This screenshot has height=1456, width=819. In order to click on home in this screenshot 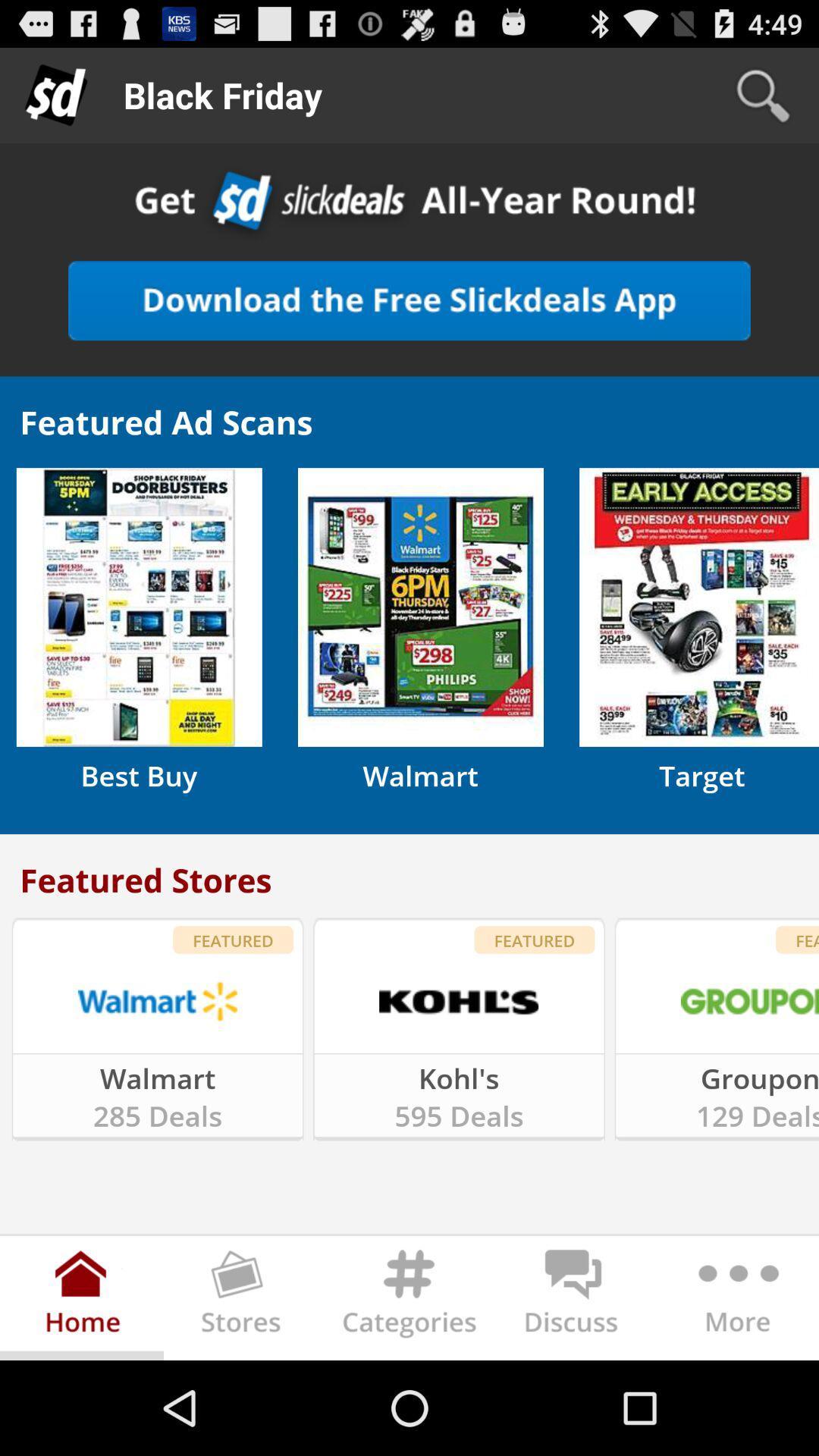, I will do `click(82, 1301)`.